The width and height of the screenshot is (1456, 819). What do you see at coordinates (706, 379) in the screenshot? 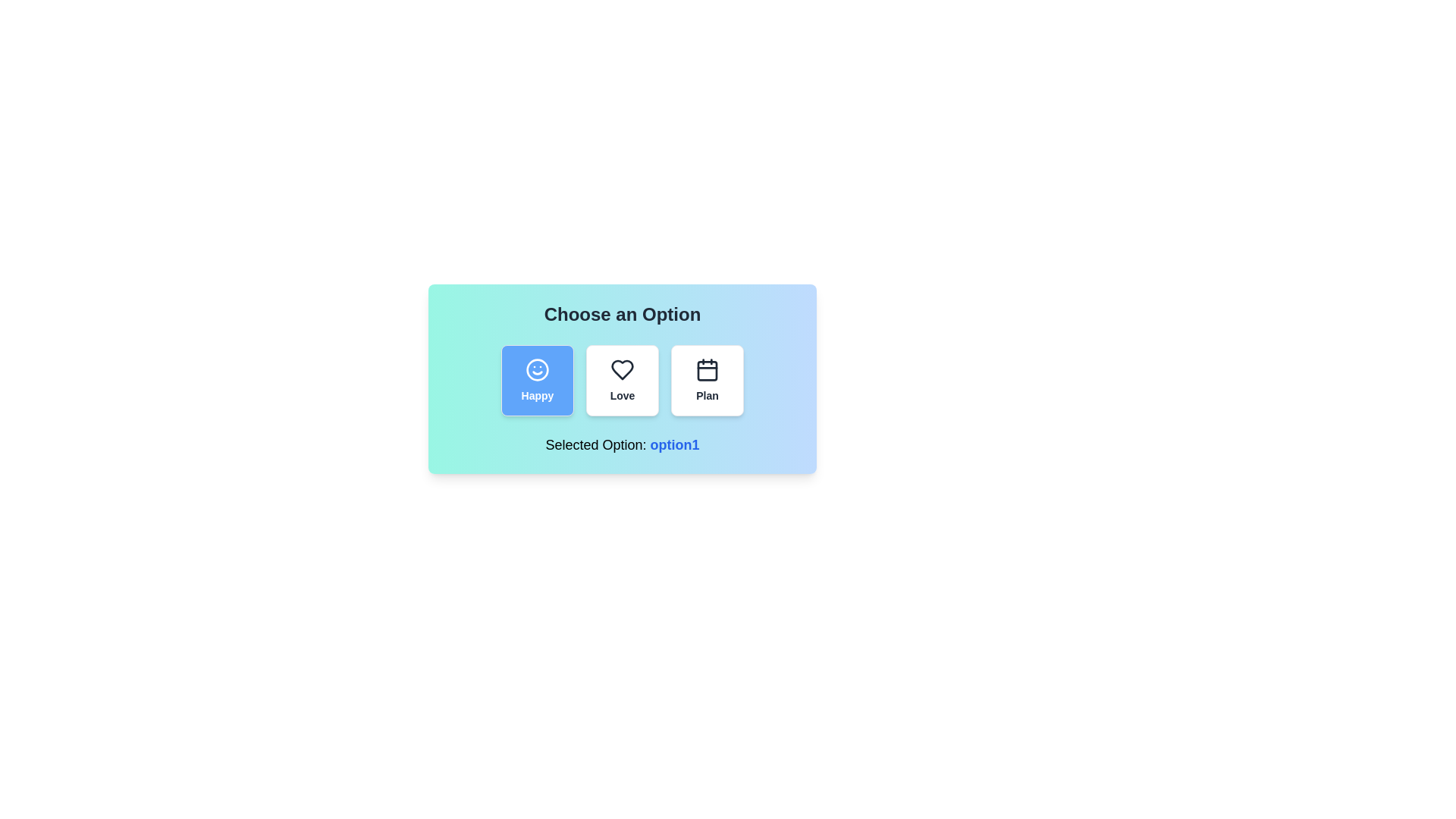
I see `the third button labeled 'Plan' under the heading 'Choose an Option'` at bounding box center [706, 379].